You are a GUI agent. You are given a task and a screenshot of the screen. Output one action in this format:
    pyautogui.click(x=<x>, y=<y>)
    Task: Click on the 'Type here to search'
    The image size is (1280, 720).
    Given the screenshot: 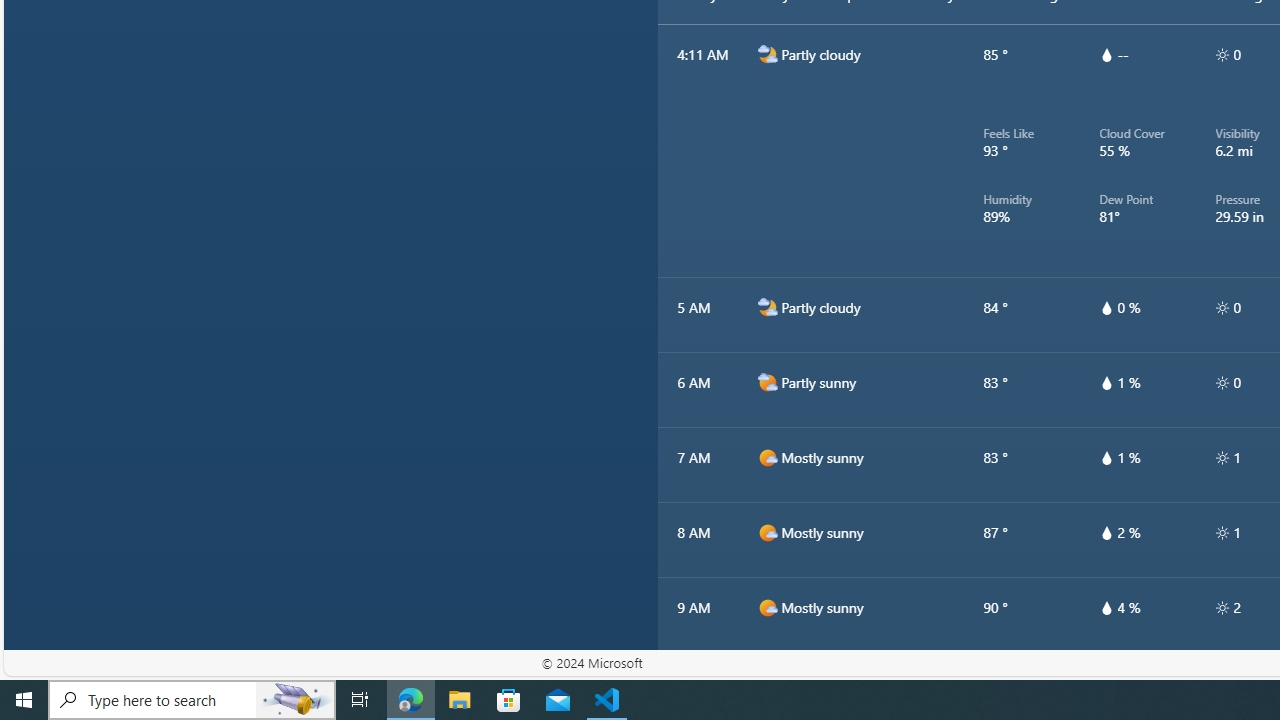 What is the action you would take?
    pyautogui.click(x=192, y=698)
    